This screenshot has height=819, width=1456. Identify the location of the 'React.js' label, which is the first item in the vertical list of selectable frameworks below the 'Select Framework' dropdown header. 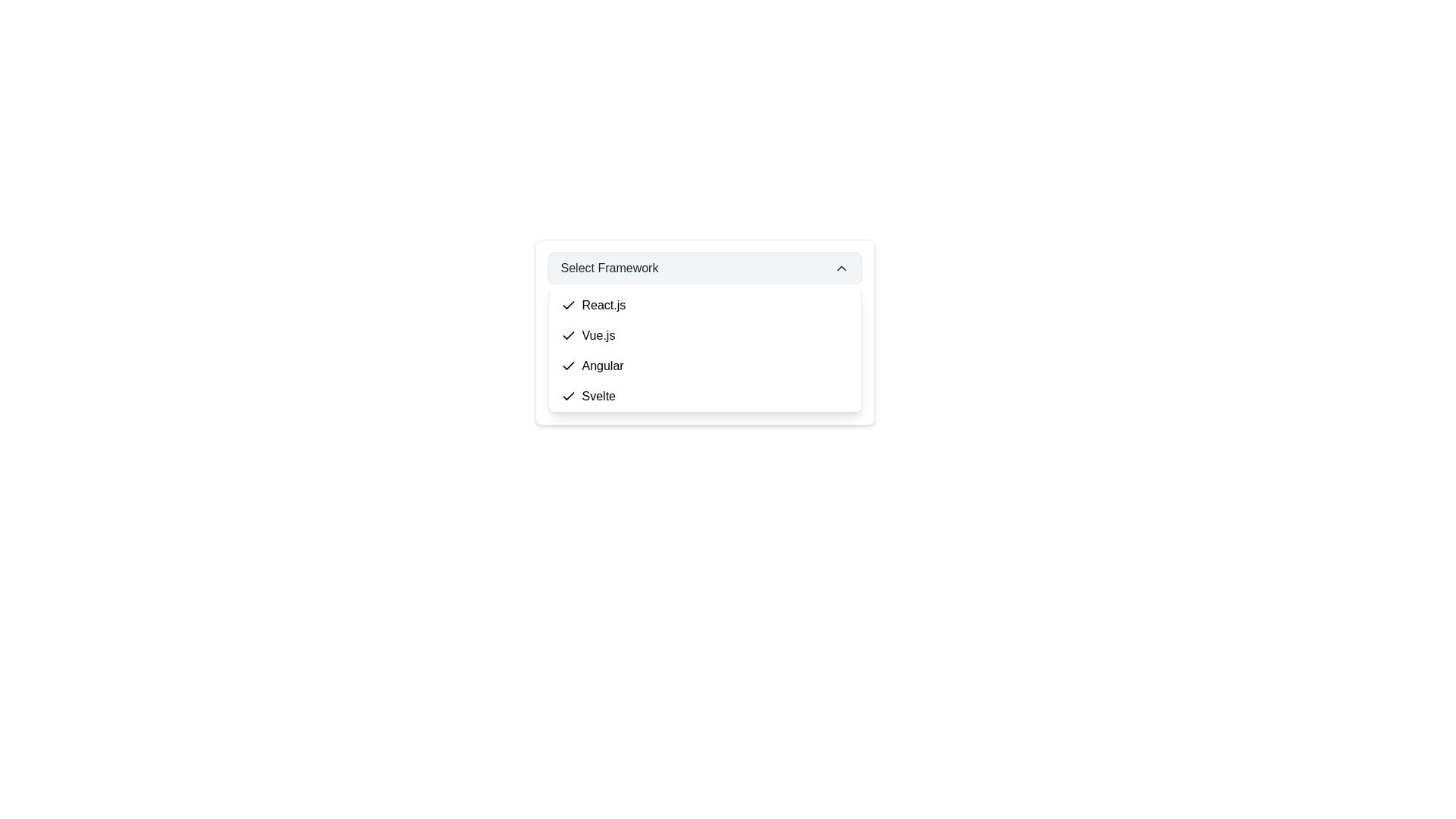
(603, 305).